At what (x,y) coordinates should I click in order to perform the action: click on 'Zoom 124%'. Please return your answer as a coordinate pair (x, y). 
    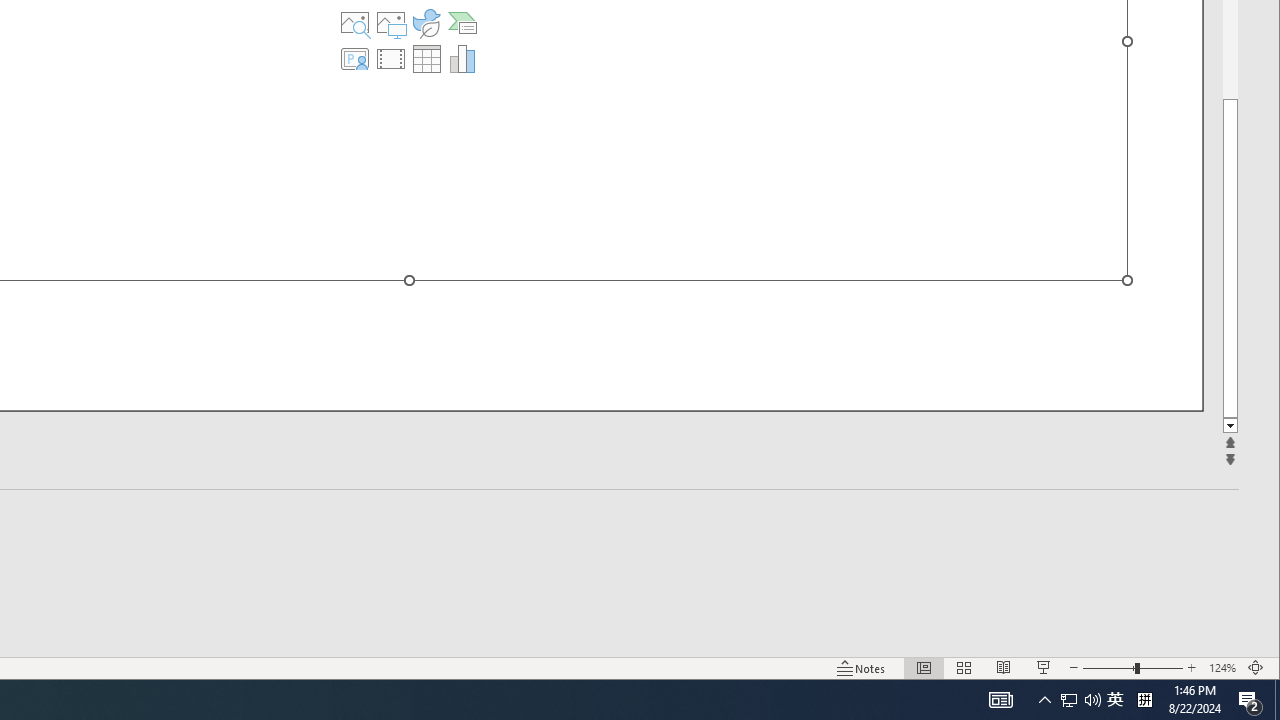
    Looking at the image, I should click on (1221, 668).